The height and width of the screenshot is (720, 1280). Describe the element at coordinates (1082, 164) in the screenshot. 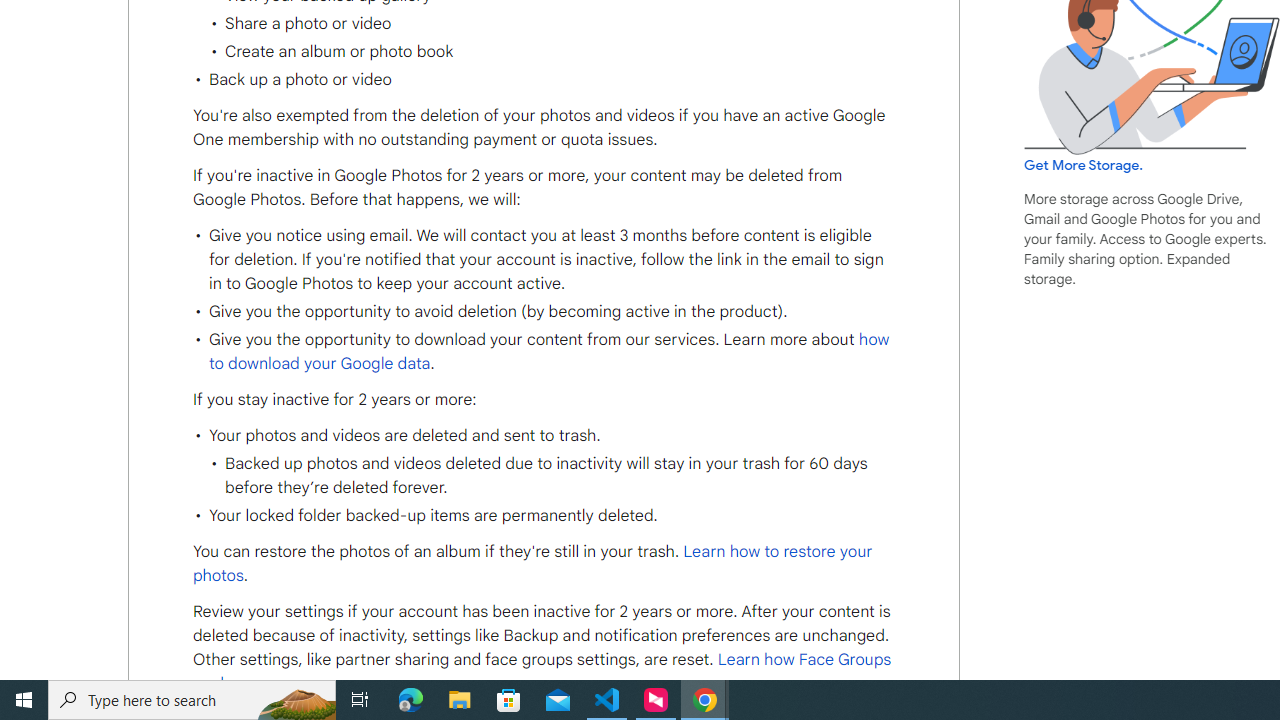

I see `'Get More Storage.'` at that location.